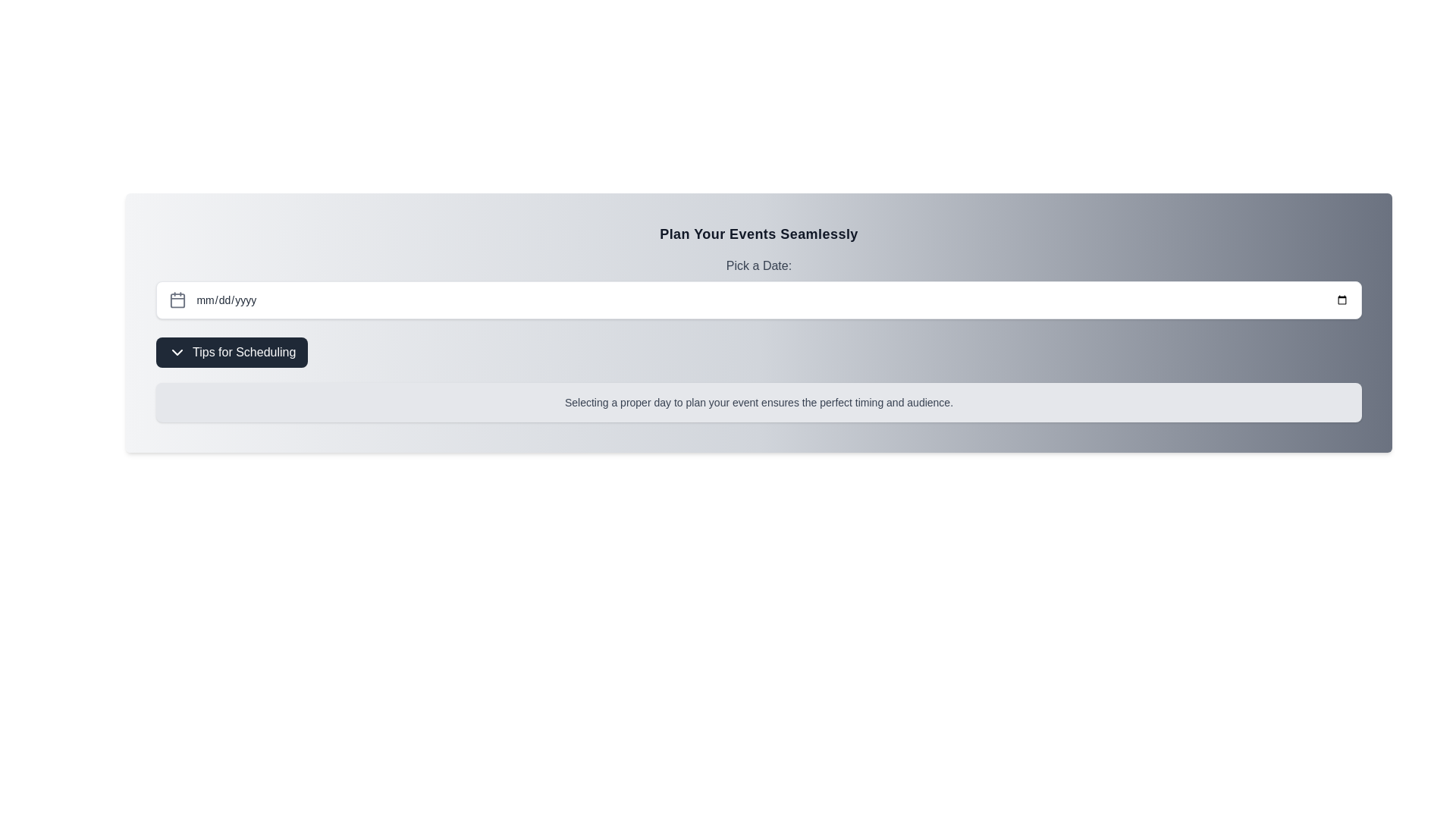 The width and height of the screenshot is (1456, 819). Describe the element at coordinates (177, 300) in the screenshot. I see `the gray calendar icon located to the left of the 'Pick a Date' input field` at that location.